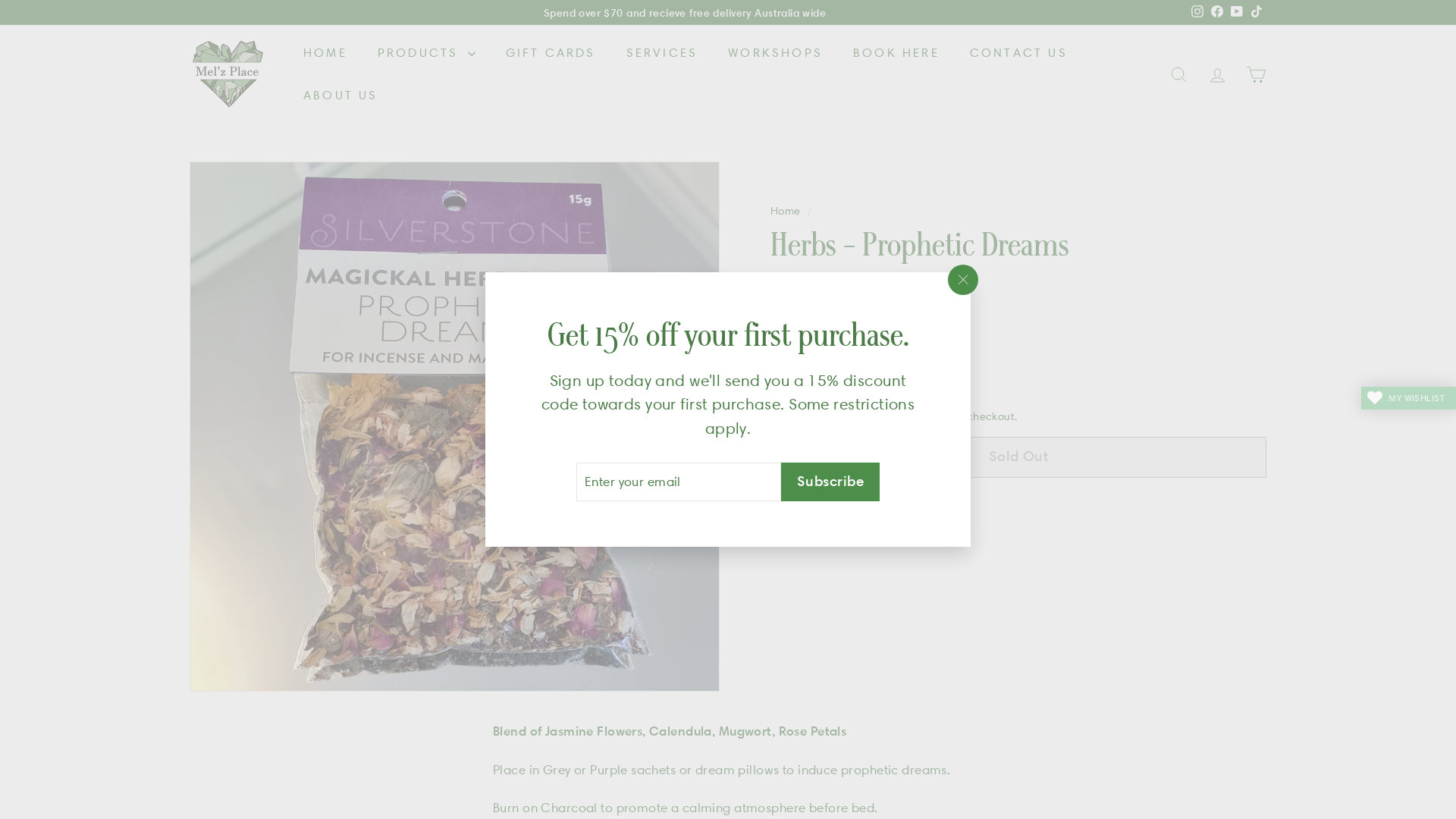 This screenshot has width=1456, height=819. I want to click on 'CART', so click(1256, 74).